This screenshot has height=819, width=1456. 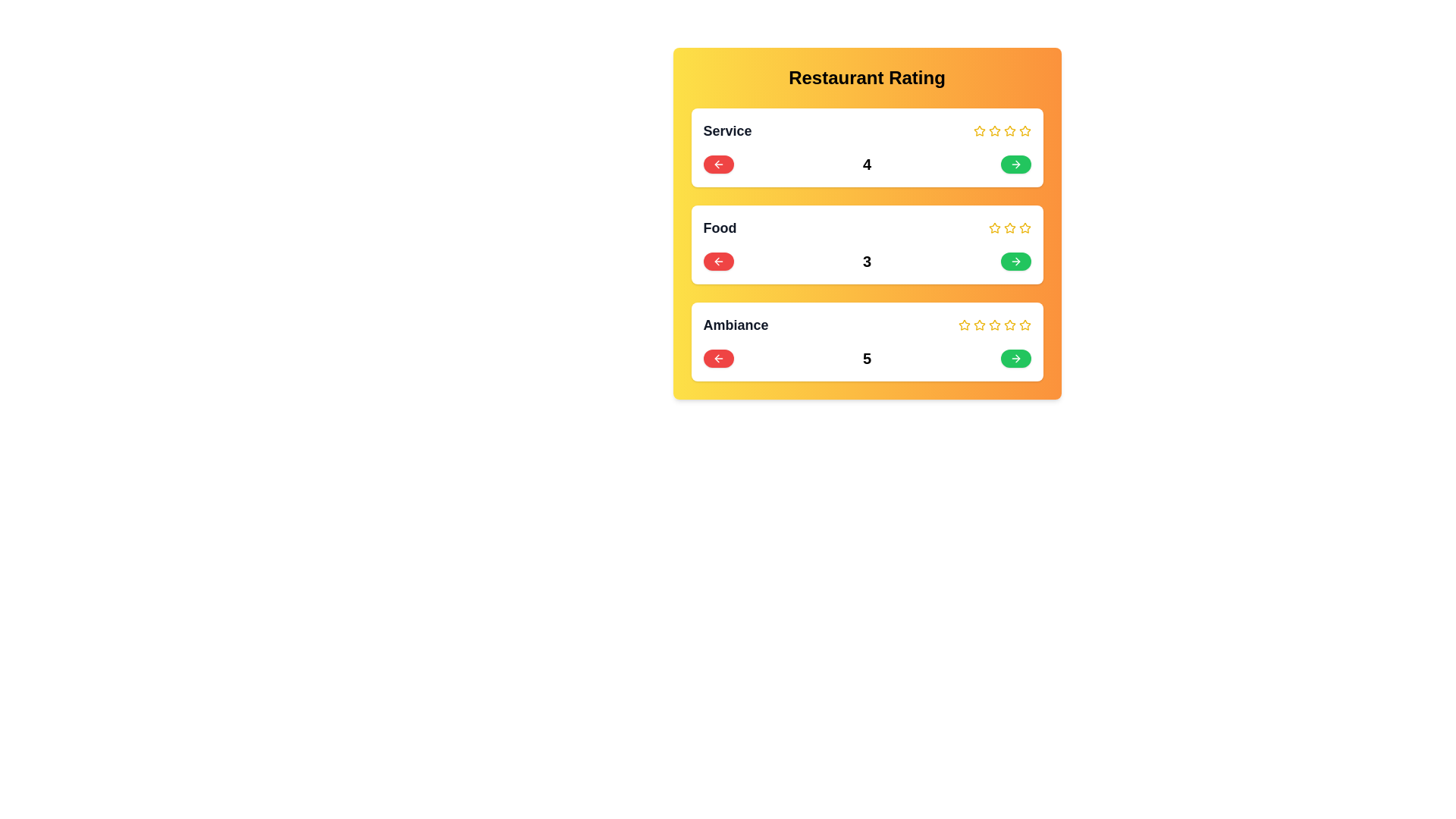 What do you see at coordinates (867, 260) in the screenshot?
I see `the static text element displaying the number '3' in bold font, located in the 'Food' section between a red button and a group of stars` at bounding box center [867, 260].